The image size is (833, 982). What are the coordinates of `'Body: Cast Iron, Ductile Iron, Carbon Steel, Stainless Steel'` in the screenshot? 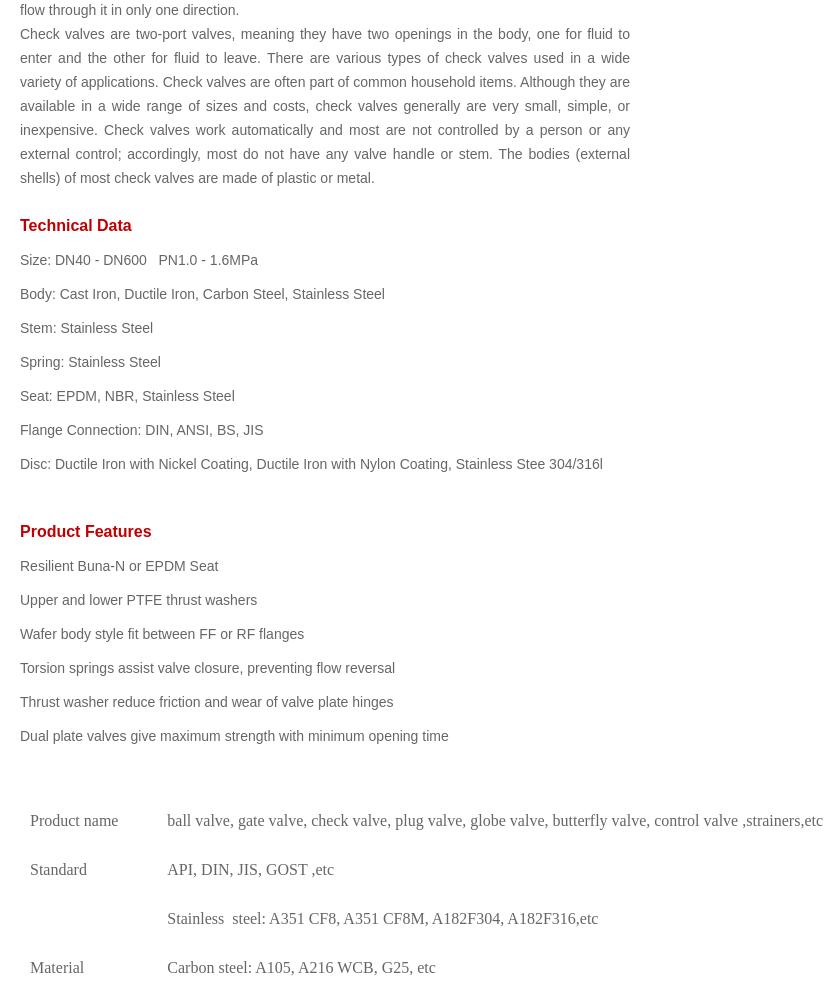 It's located at (201, 294).